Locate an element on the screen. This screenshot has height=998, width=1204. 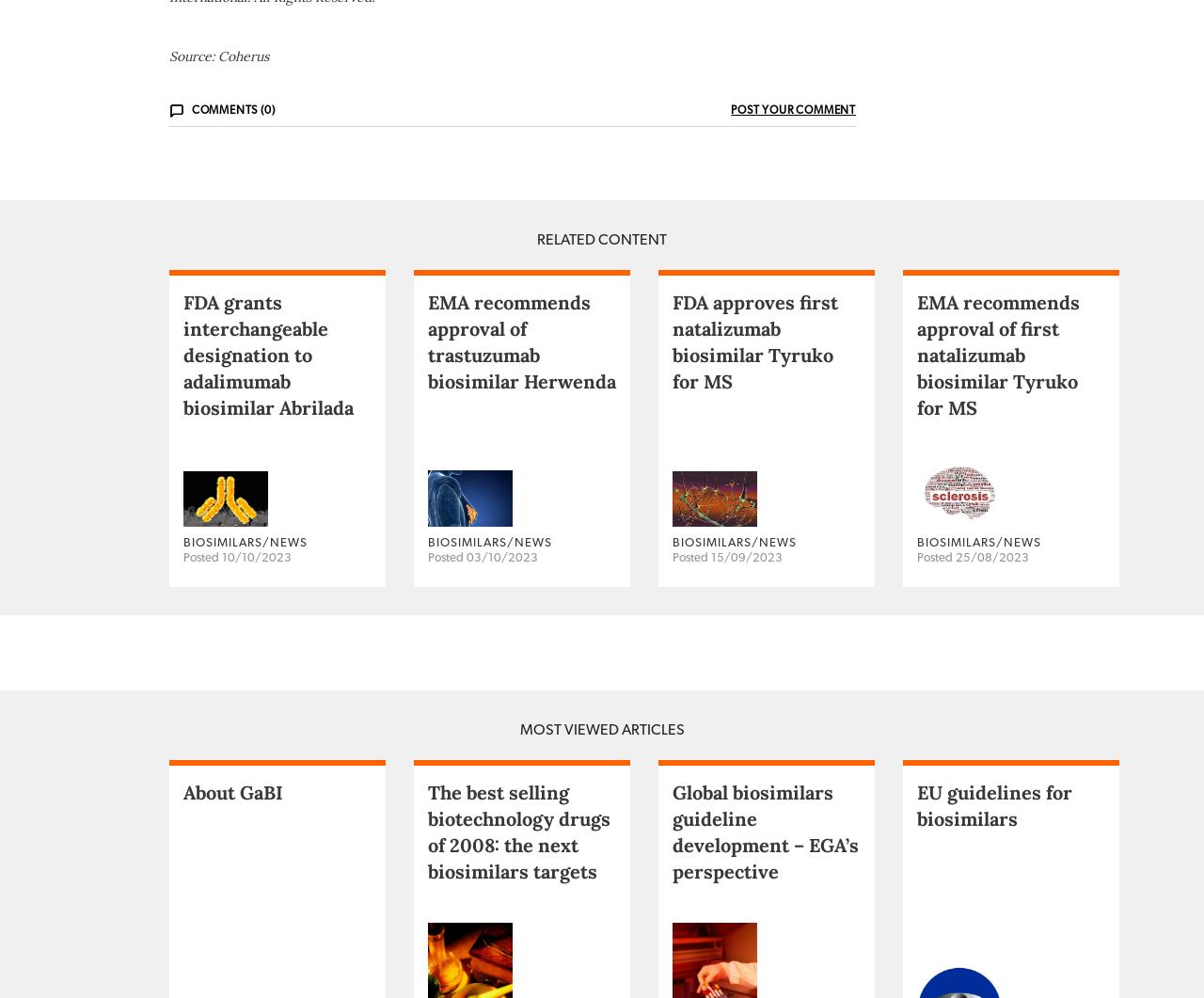
'EU guidelines for biosimilars' is located at coordinates (993, 878).